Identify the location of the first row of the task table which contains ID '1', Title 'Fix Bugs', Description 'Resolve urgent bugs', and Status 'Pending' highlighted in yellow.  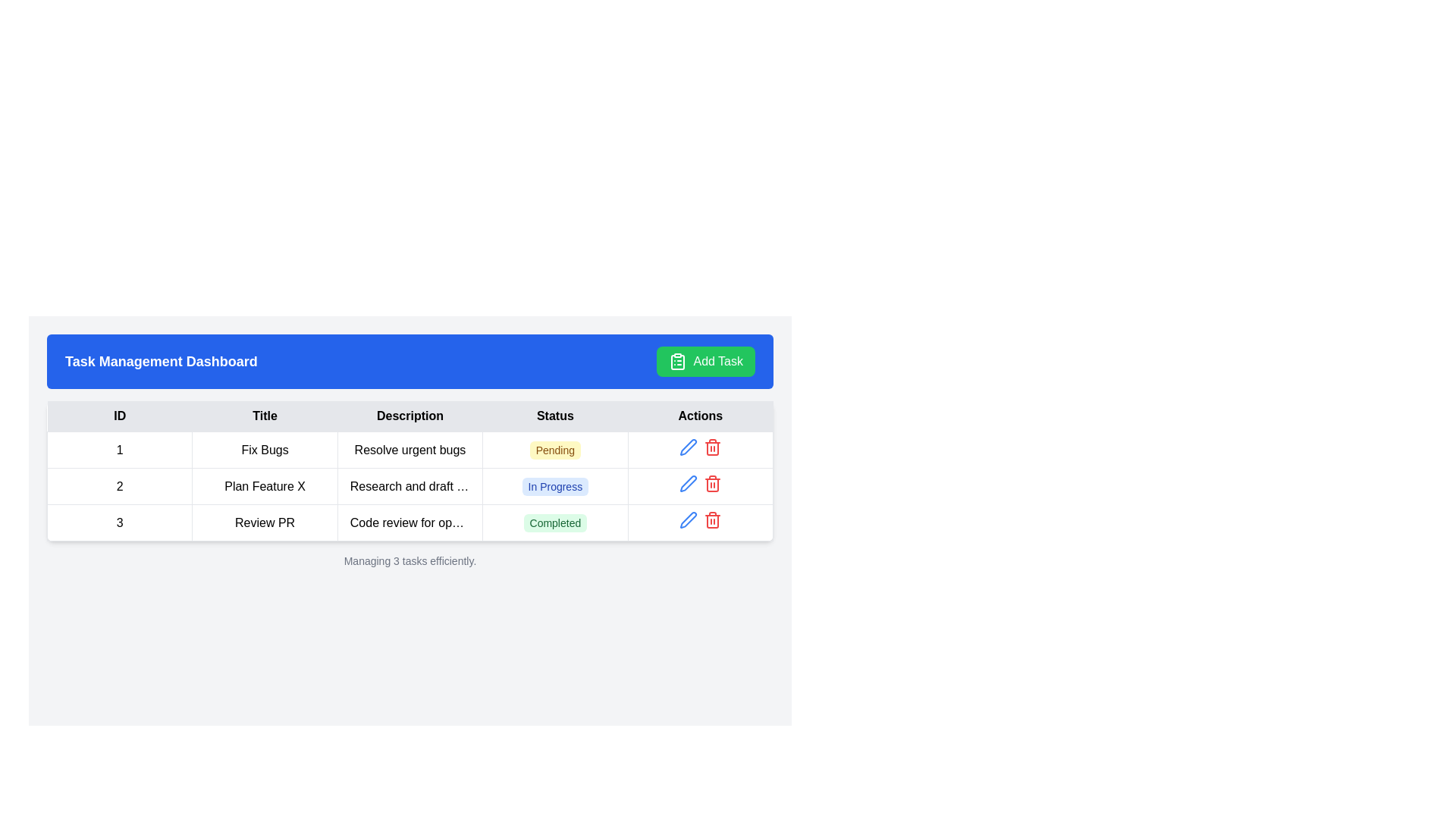
(410, 449).